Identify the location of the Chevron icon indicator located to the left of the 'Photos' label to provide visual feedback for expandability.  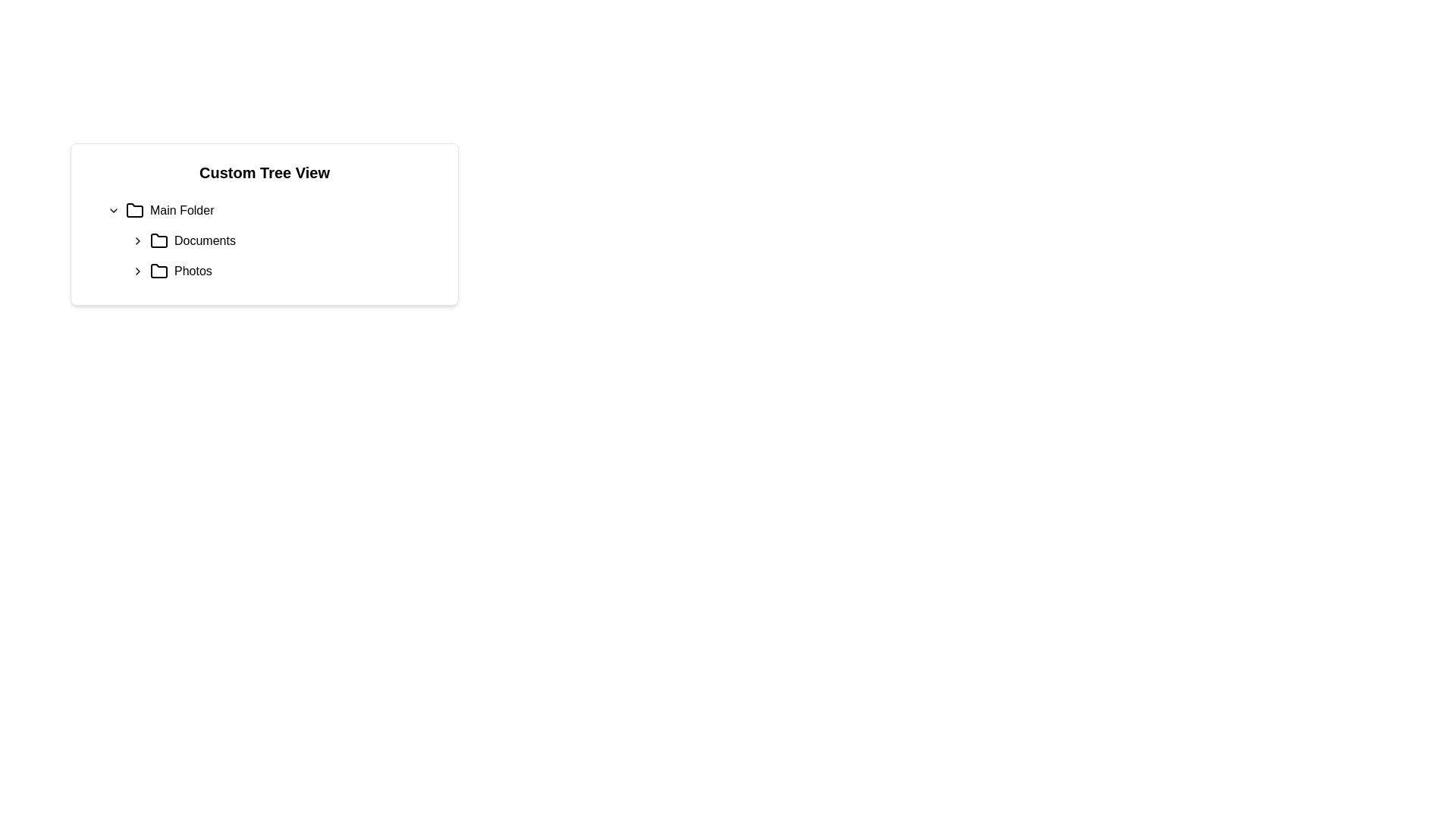
(138, 271).